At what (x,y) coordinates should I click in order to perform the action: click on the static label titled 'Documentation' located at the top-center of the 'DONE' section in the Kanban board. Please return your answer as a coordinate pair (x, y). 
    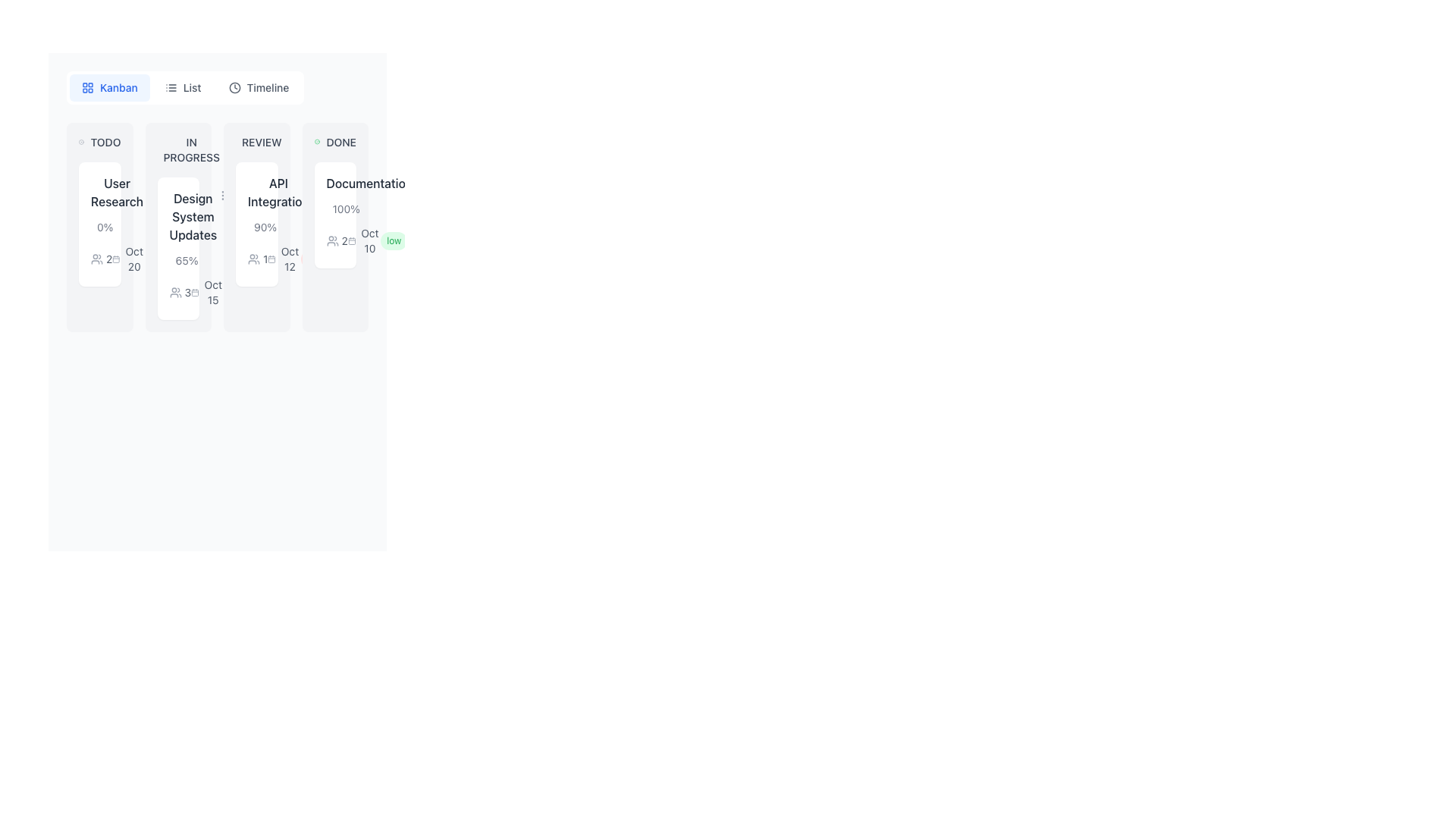
    Looking at the image, I should click on (369, 183).